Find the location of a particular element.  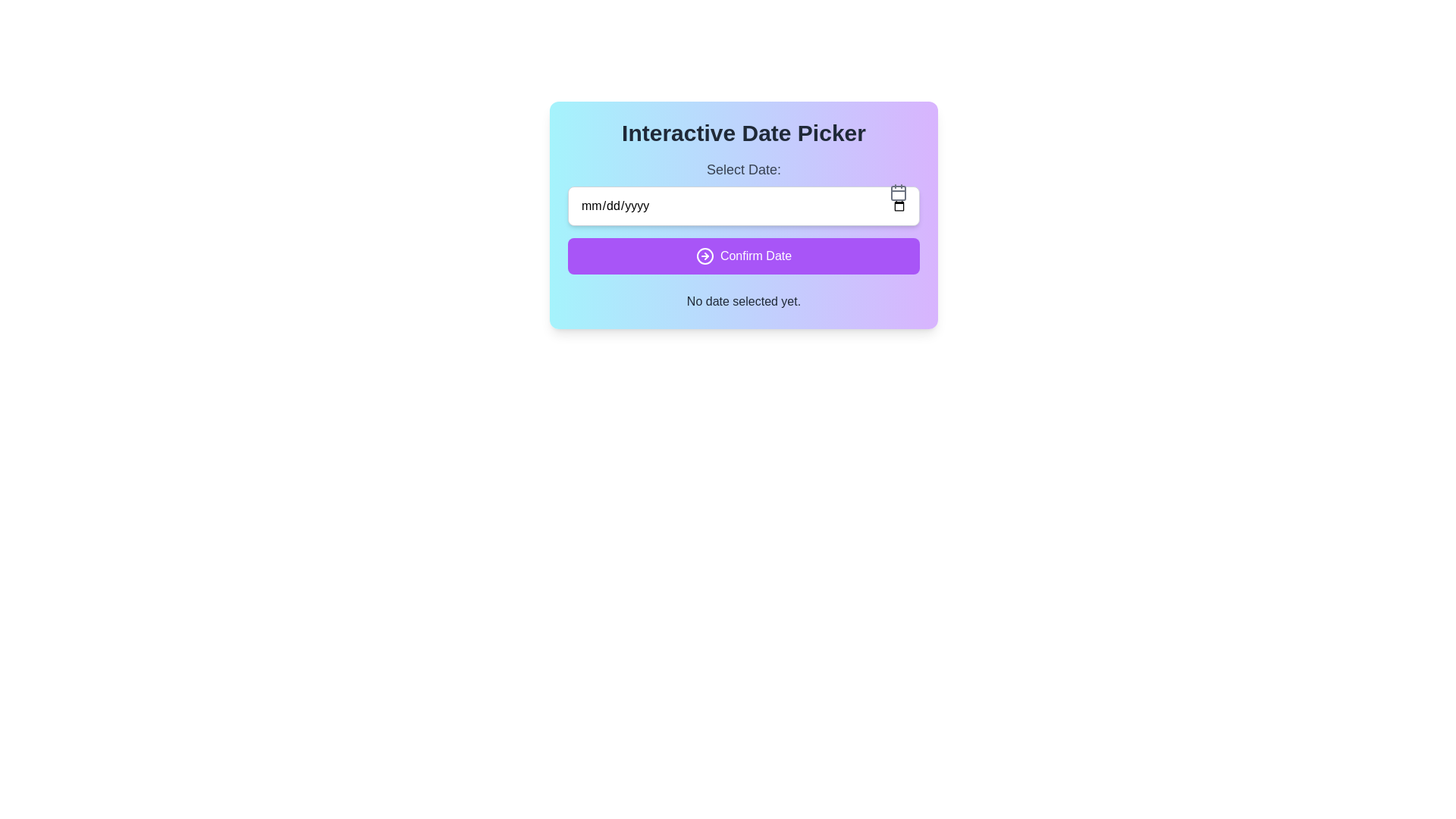

to select text in the input field of the Date Picker labeled 'Select Date:' located within the 'Interactive Date Picker' panel is located at coordinates (743, 192).